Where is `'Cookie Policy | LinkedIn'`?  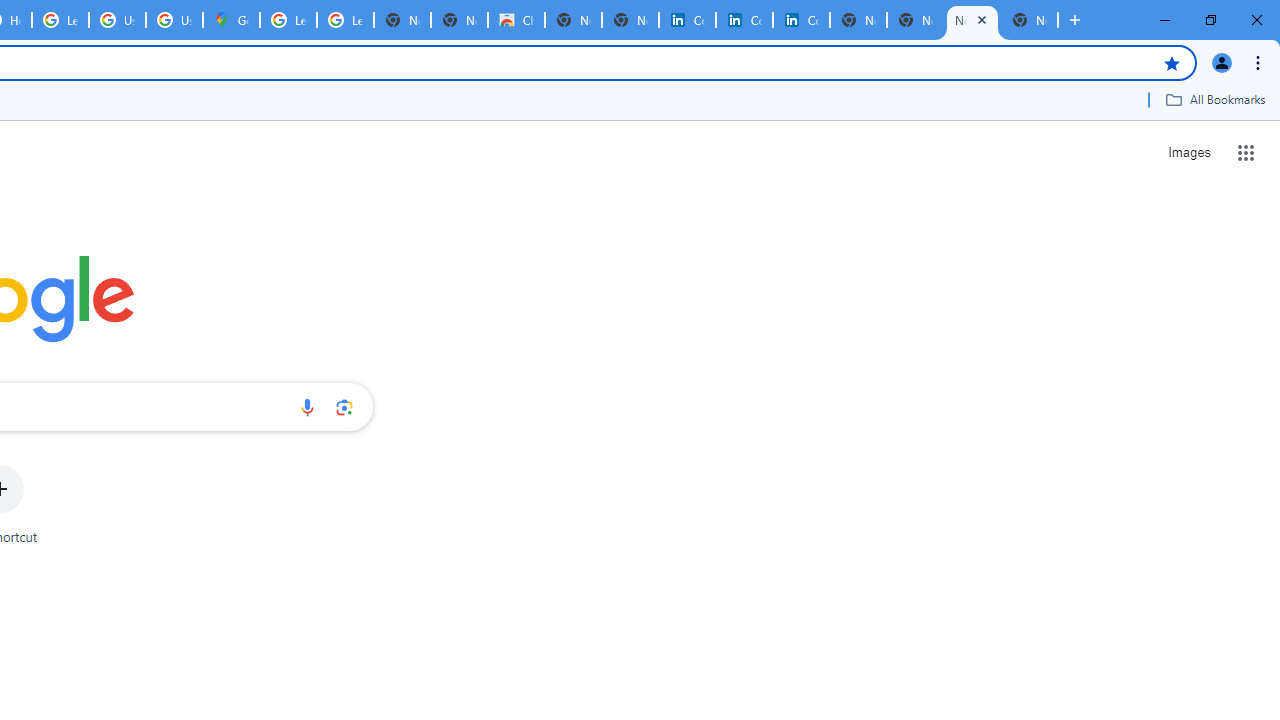
'Cookie Policy | LinkedIn' is located at coordinates (687, 20).